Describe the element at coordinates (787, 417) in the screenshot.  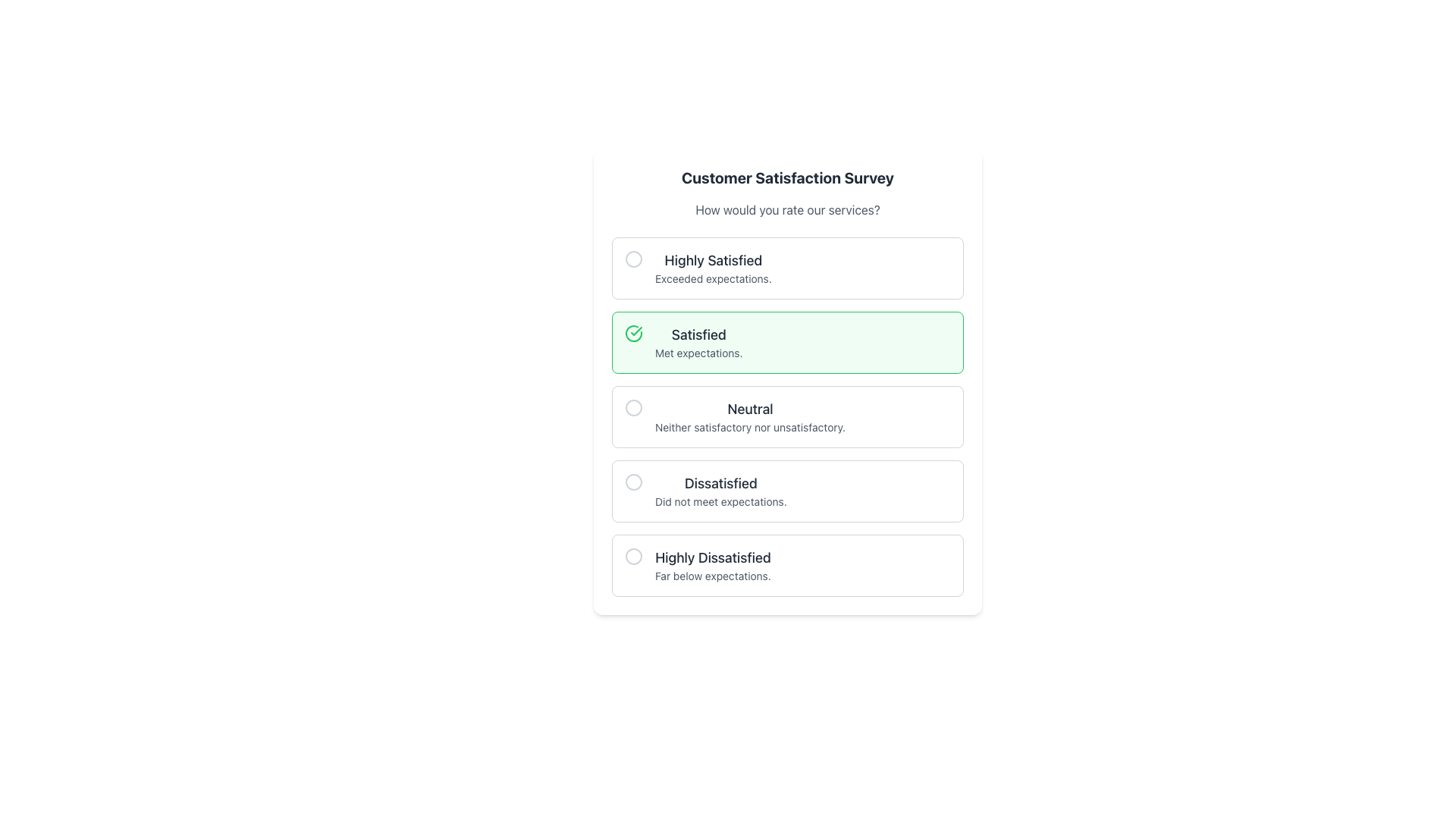
I see `the selectable option group containing the text 'Neutral' and its accompanying unselected circular icon` at that location.